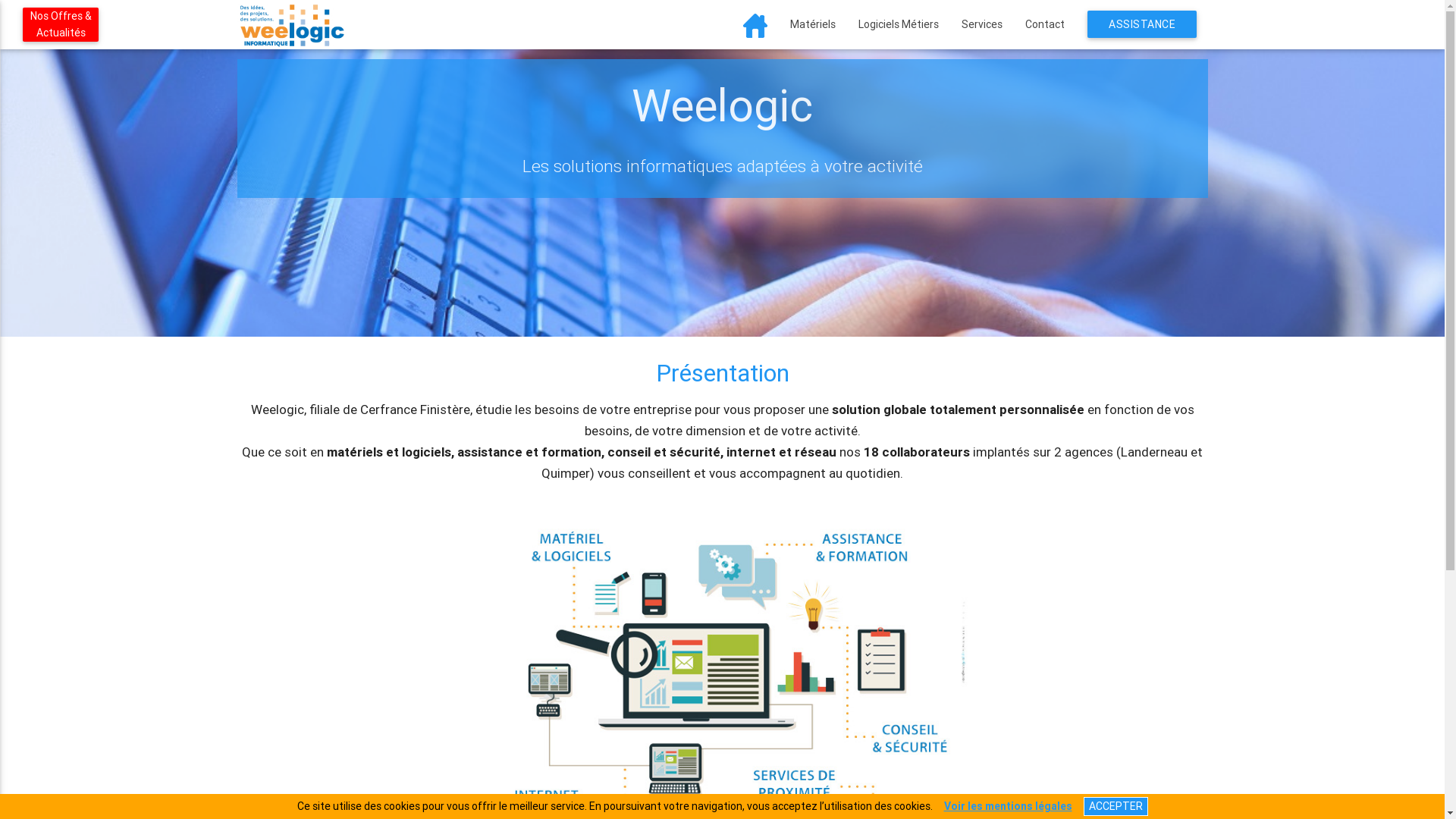 This screenshot has width=1456, height=819. What do you see at coordinates (1087, 24) in the screenshot?
I see `'ASSISTANCE'` at bounding box center [1087, 24].